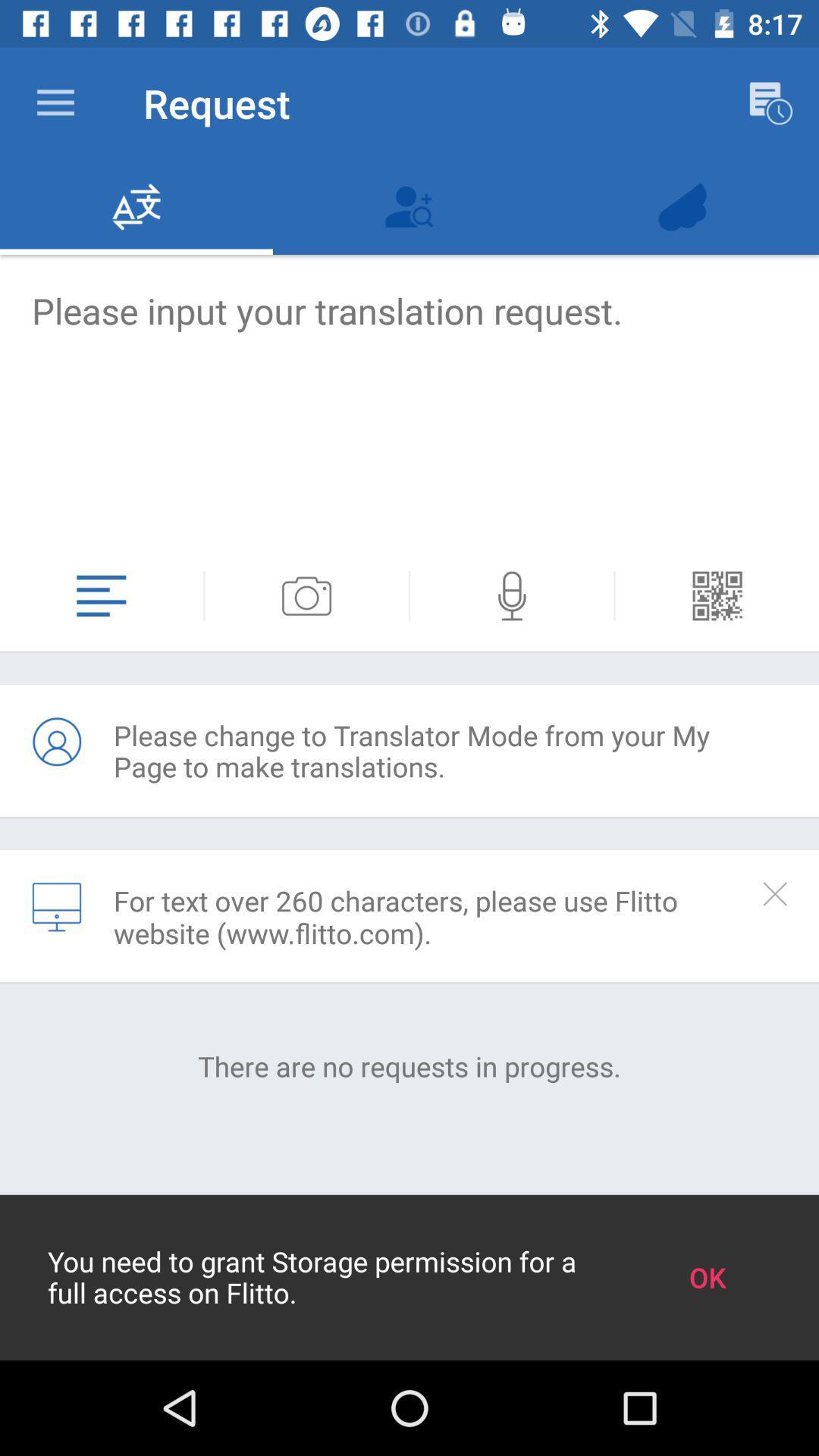  I want to click on the ok at the bottom right corner, so click(708, 1276).